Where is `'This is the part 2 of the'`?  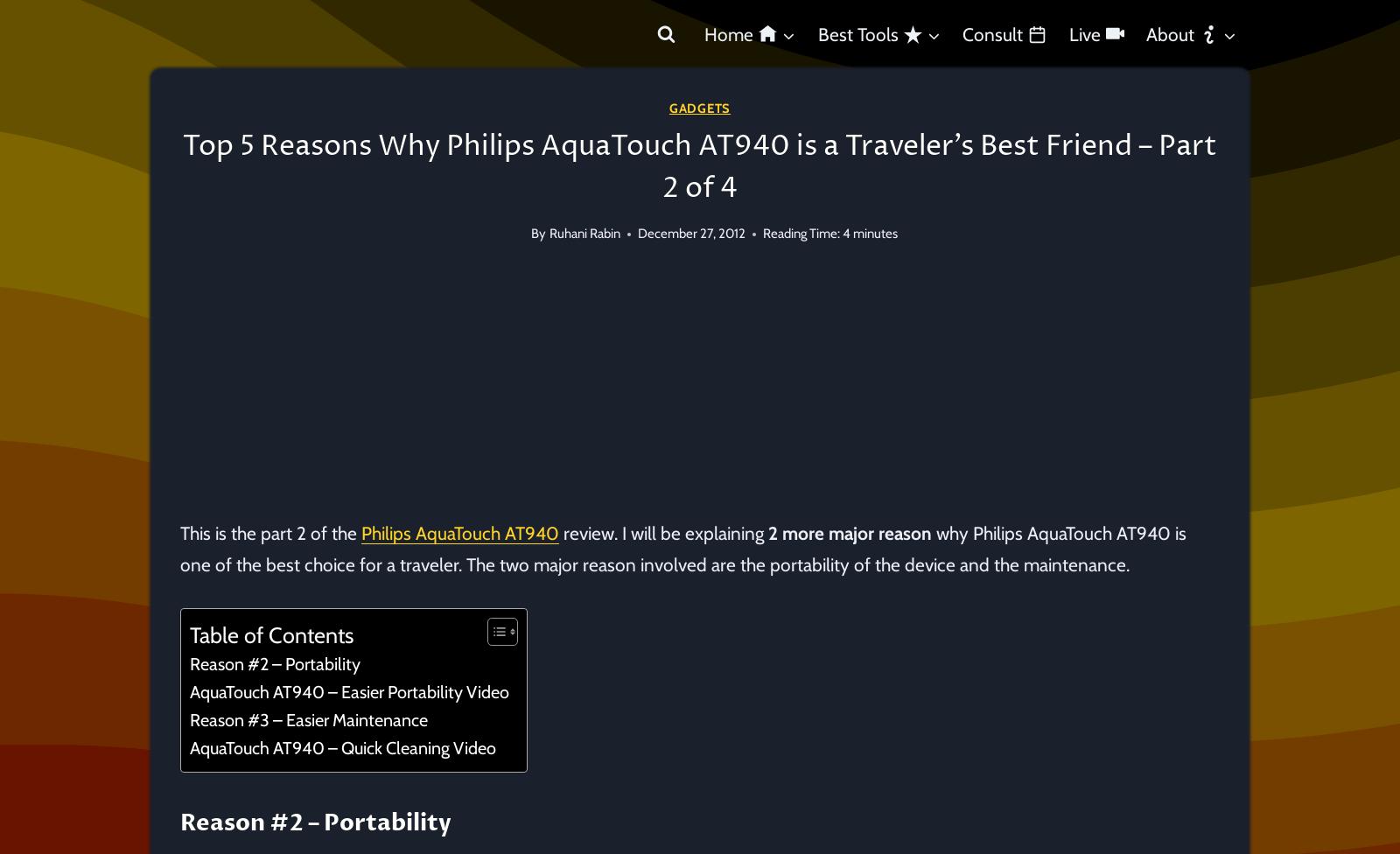 'This is the part 2 of the' is located at coordinates (270, 533).